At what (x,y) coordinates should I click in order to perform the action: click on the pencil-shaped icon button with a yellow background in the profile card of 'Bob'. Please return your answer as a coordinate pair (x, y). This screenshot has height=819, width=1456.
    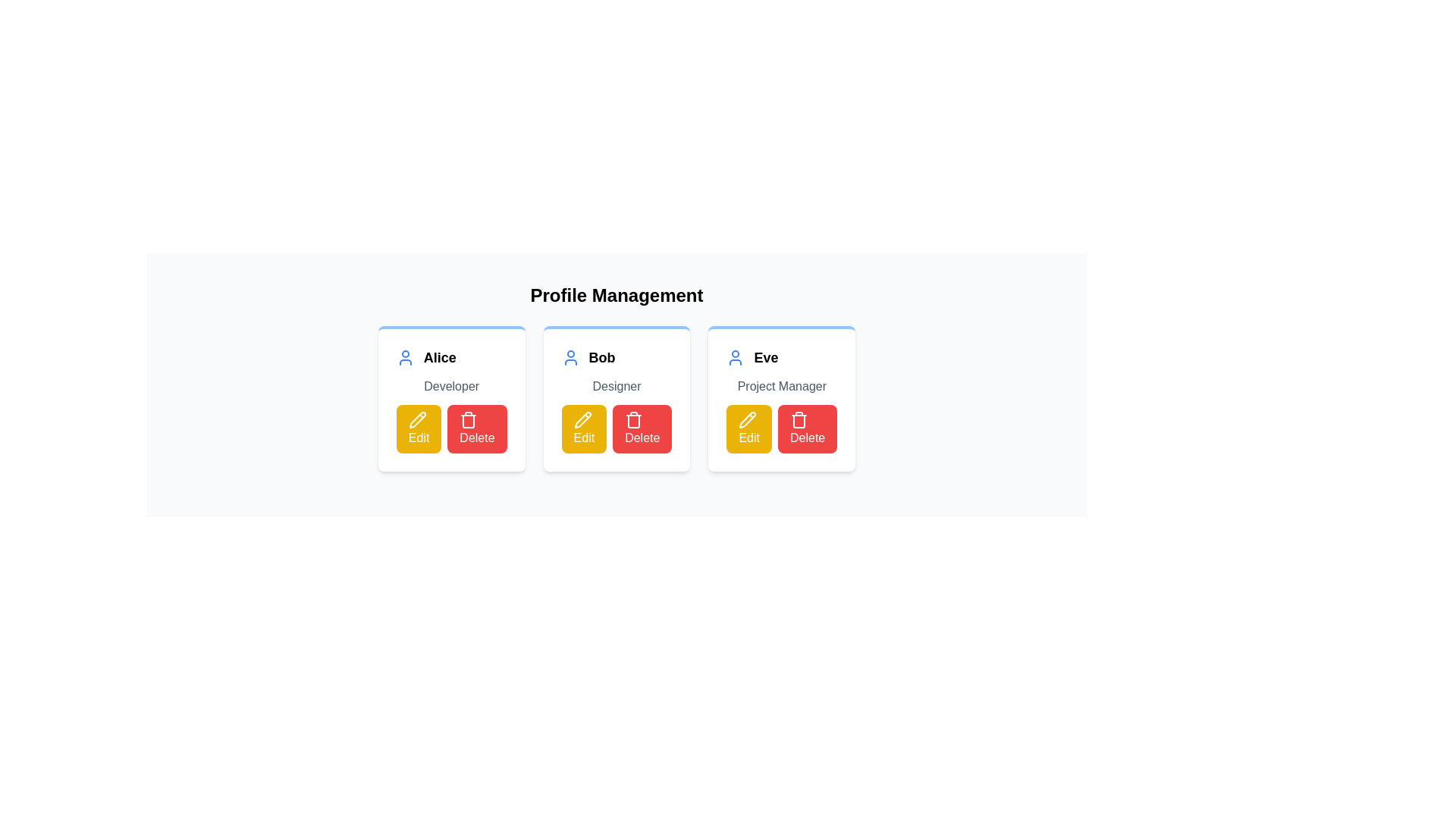
    Looking at the image, I should click on (582, 420).